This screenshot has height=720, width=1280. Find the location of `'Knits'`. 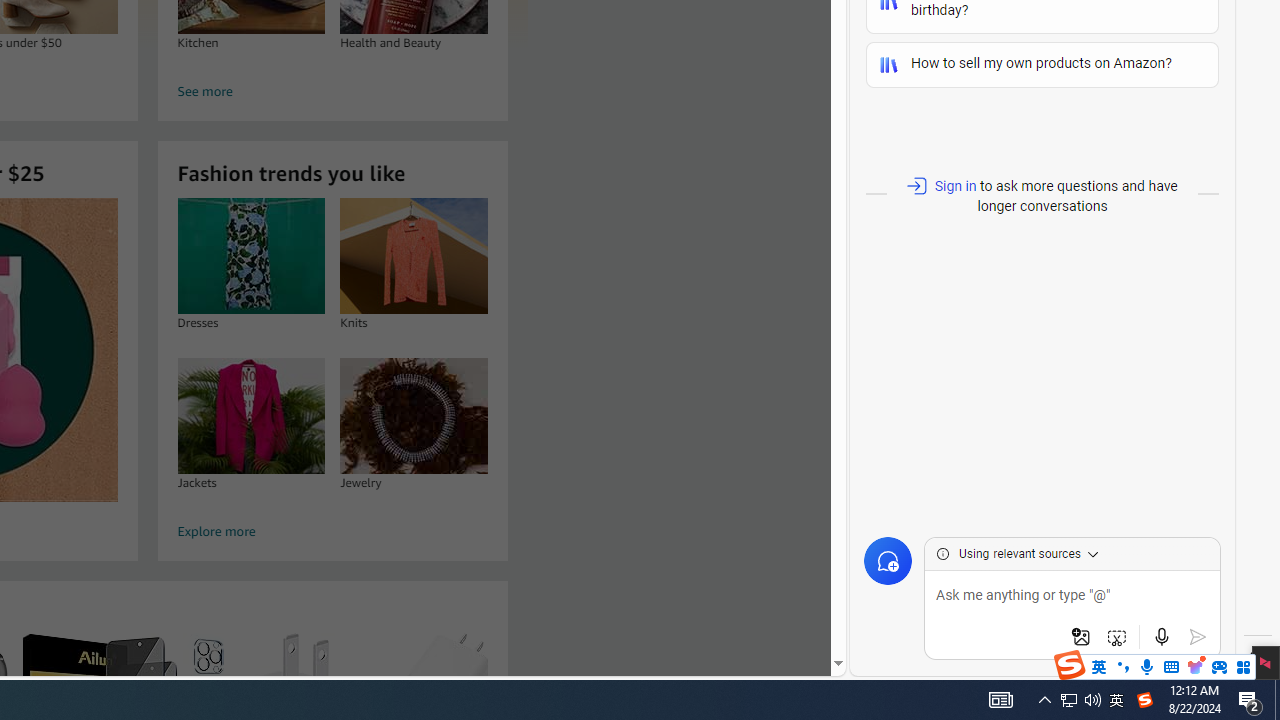

'Knits' is located at coordinates (413, 255).